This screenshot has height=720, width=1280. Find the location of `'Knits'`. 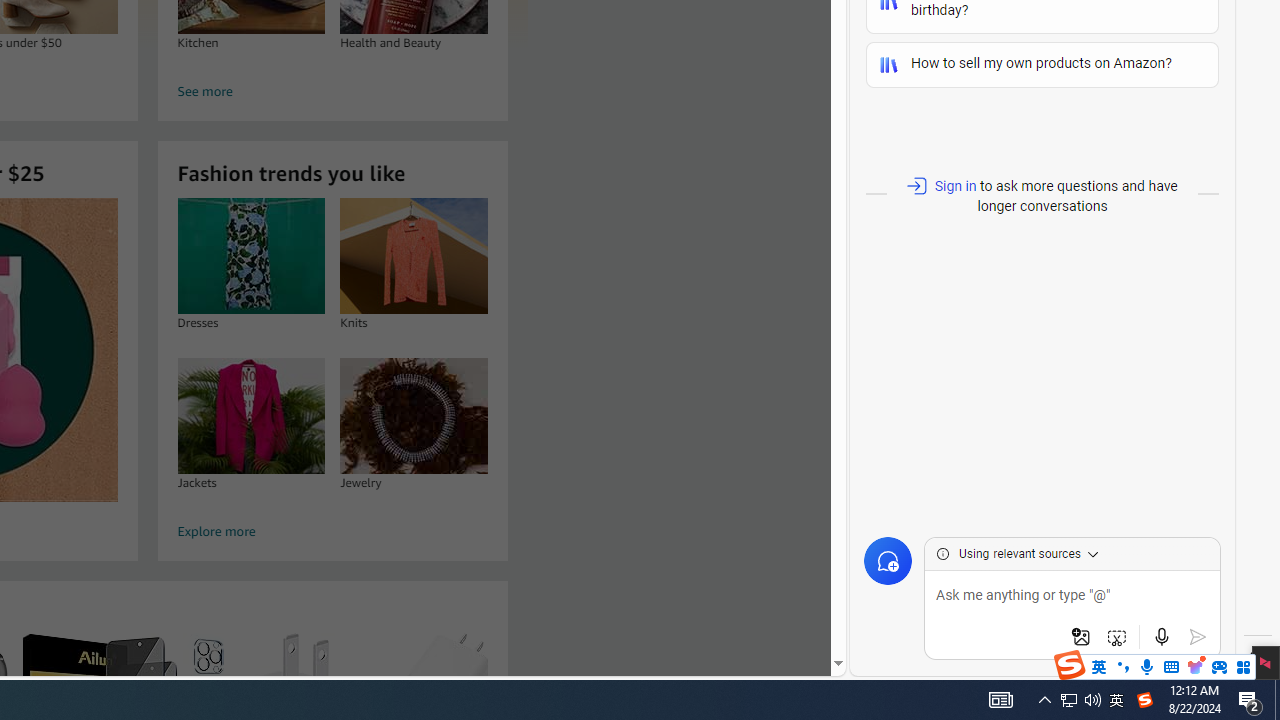

'Knits' is located at coordinates (413, 255).